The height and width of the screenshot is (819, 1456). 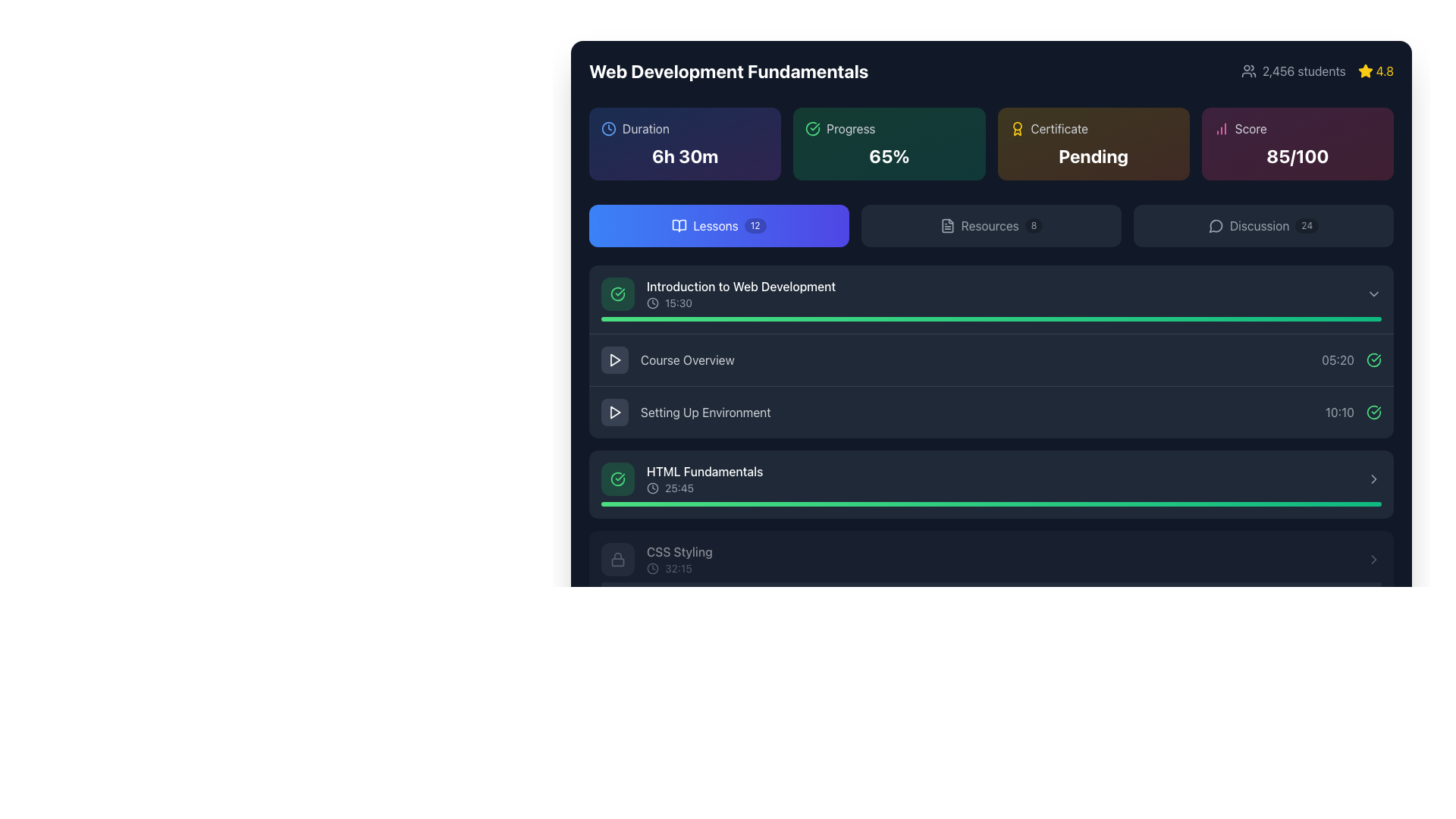 I want to click on the circular button with a dark background and a white play icon, located to the left of the 'Course Overview' text in the course list layout, so click(x=615, y=359).